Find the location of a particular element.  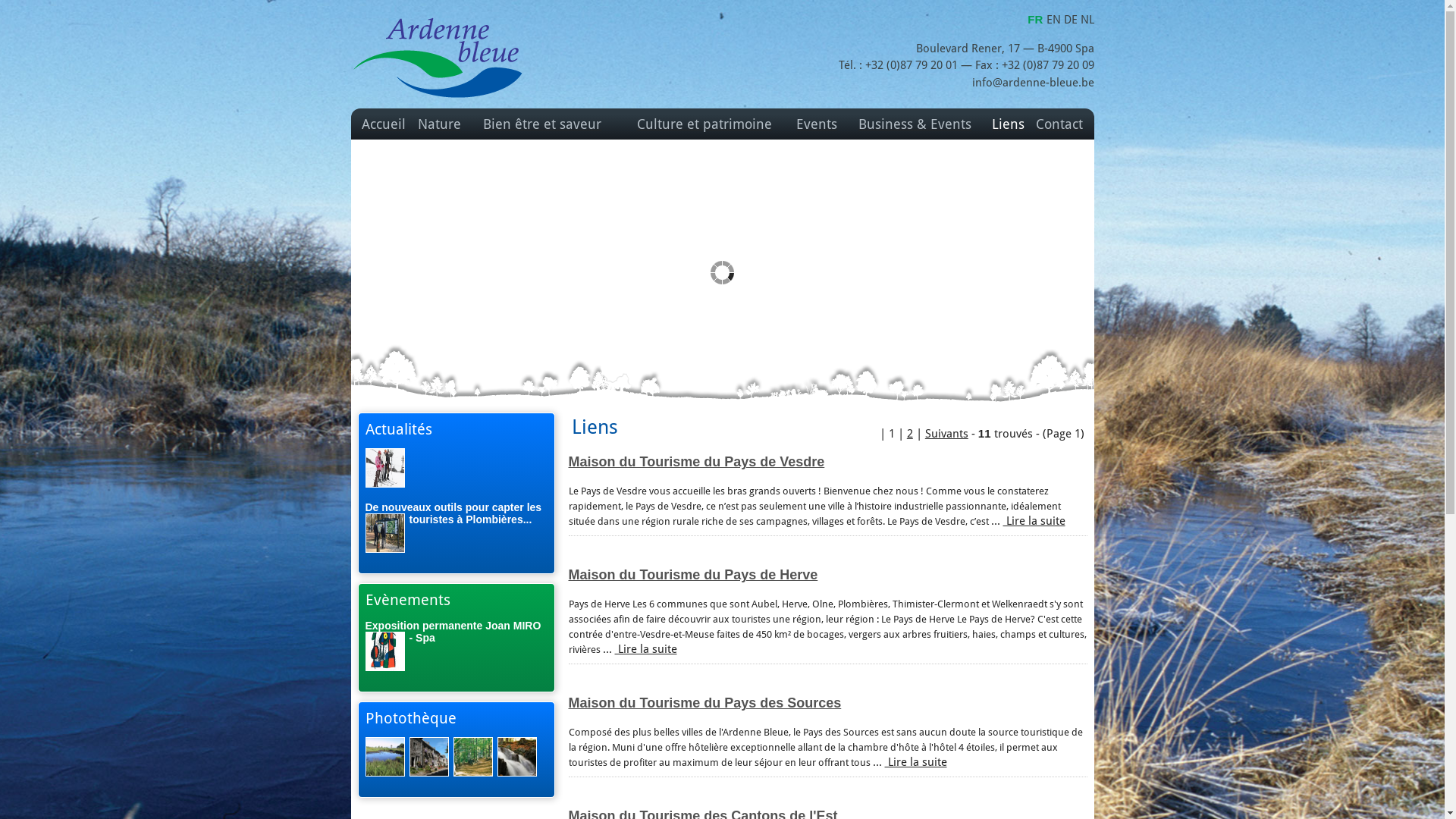

'FR' is located at coordinates (1036, 19).